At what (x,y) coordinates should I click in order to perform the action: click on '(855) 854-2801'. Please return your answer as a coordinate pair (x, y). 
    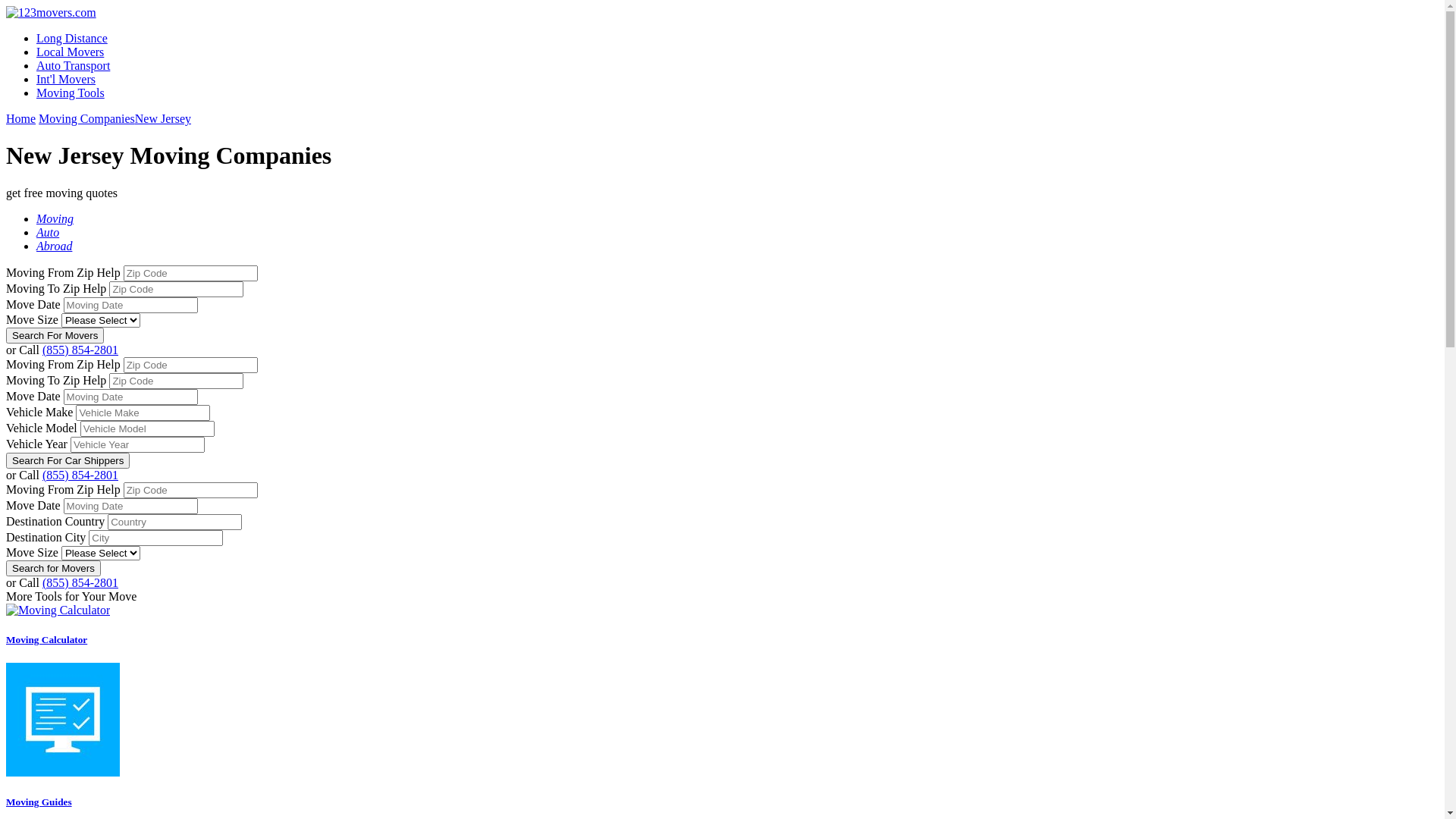
    Looking at the image, I should click on (79, 350).